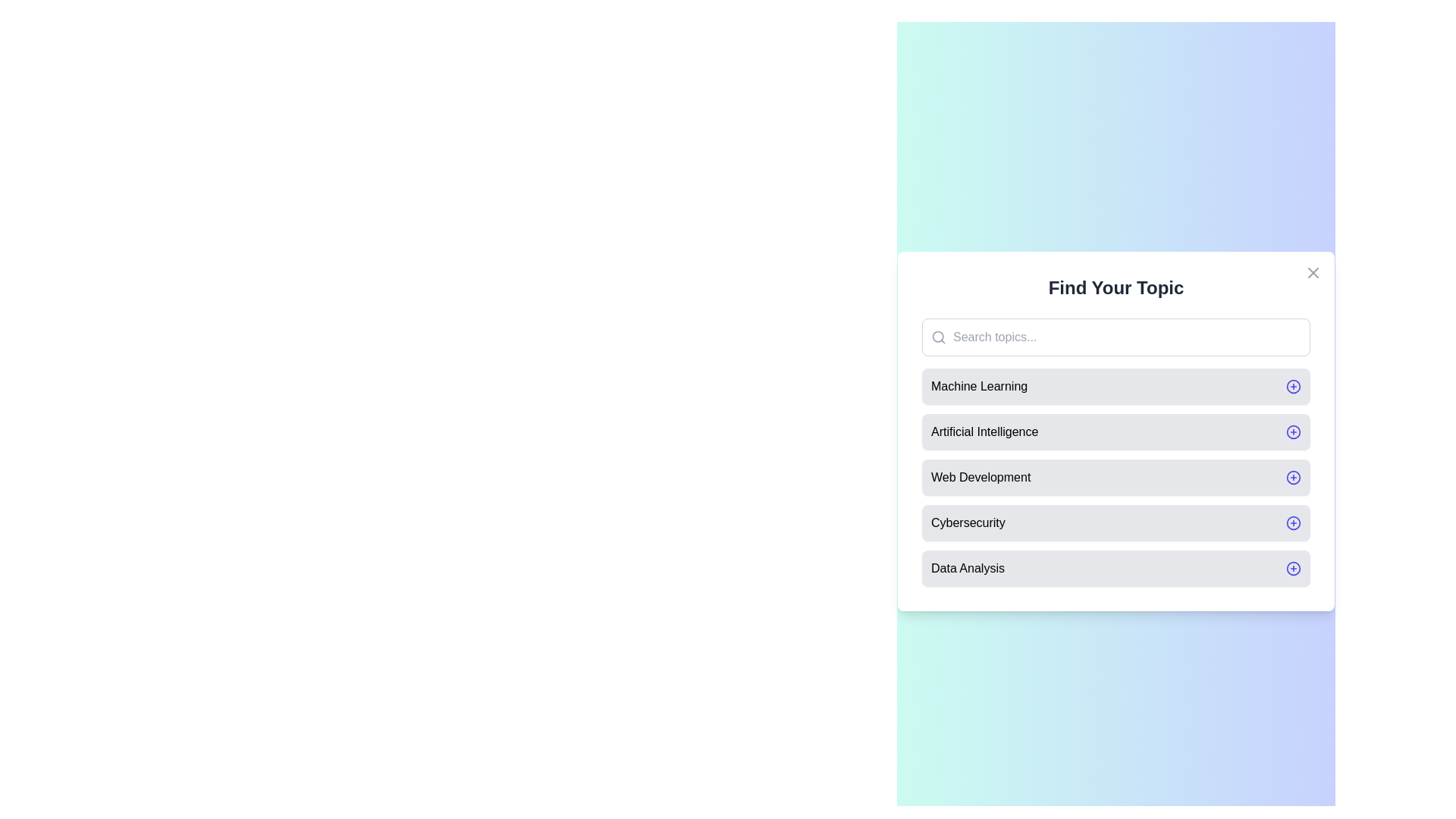 This screenshot has width=1456, height=819. I want to click on the topic Artificial Intelligence from the list, so click(1116, 432).